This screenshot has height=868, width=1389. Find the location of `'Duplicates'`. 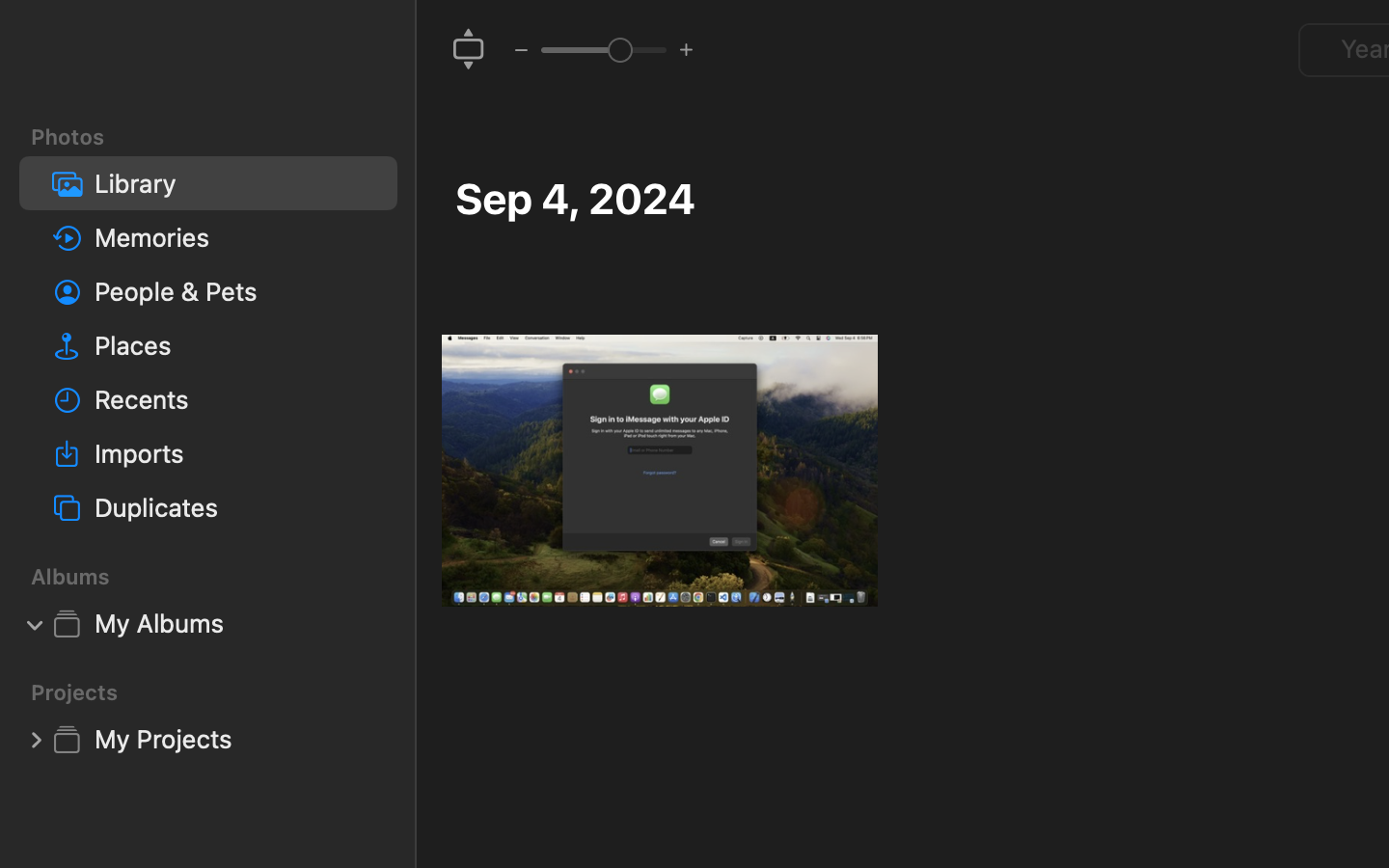

'Duplicates' is located at coordinates (236, 505).